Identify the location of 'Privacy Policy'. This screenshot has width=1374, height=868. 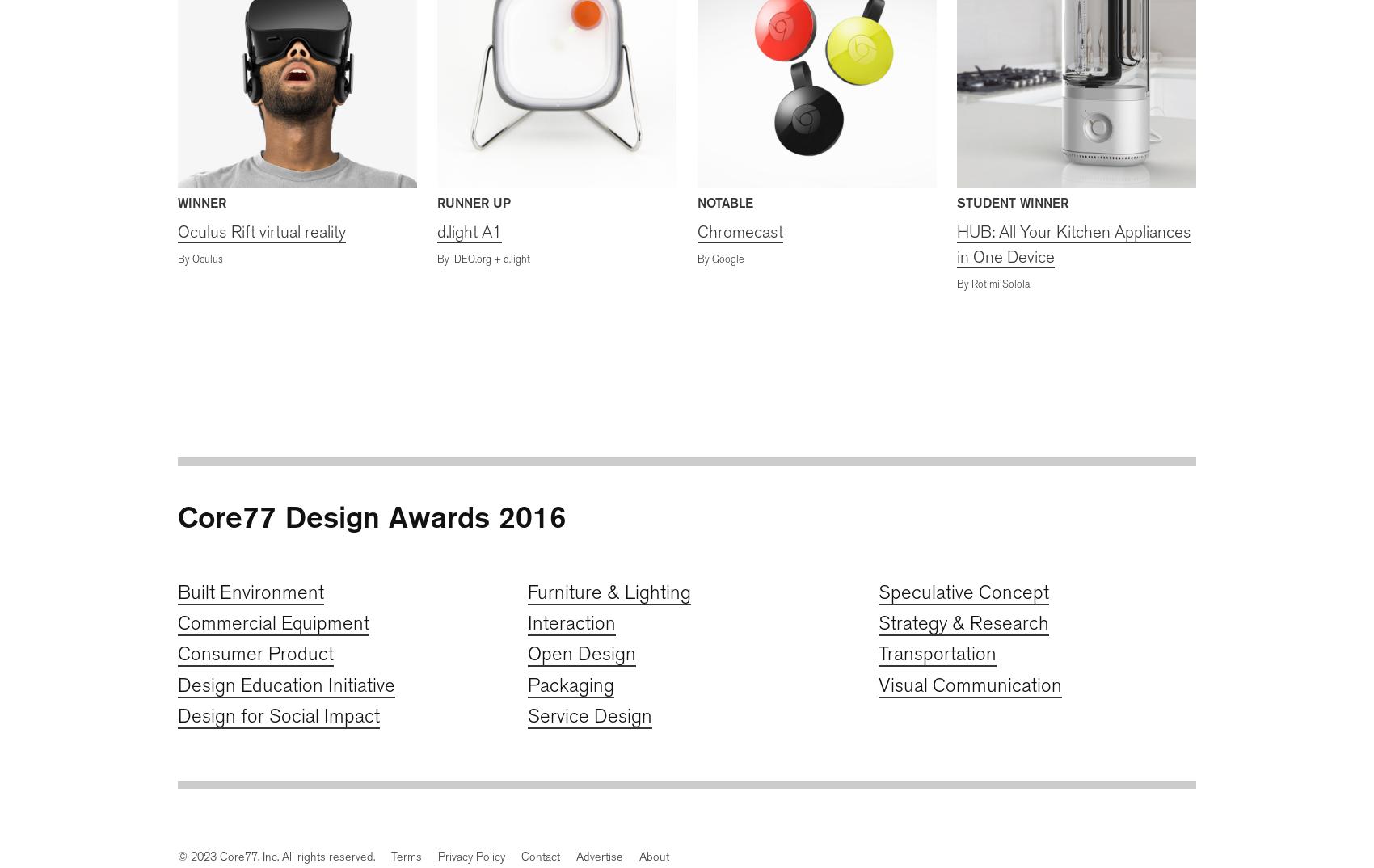
(470, 856).